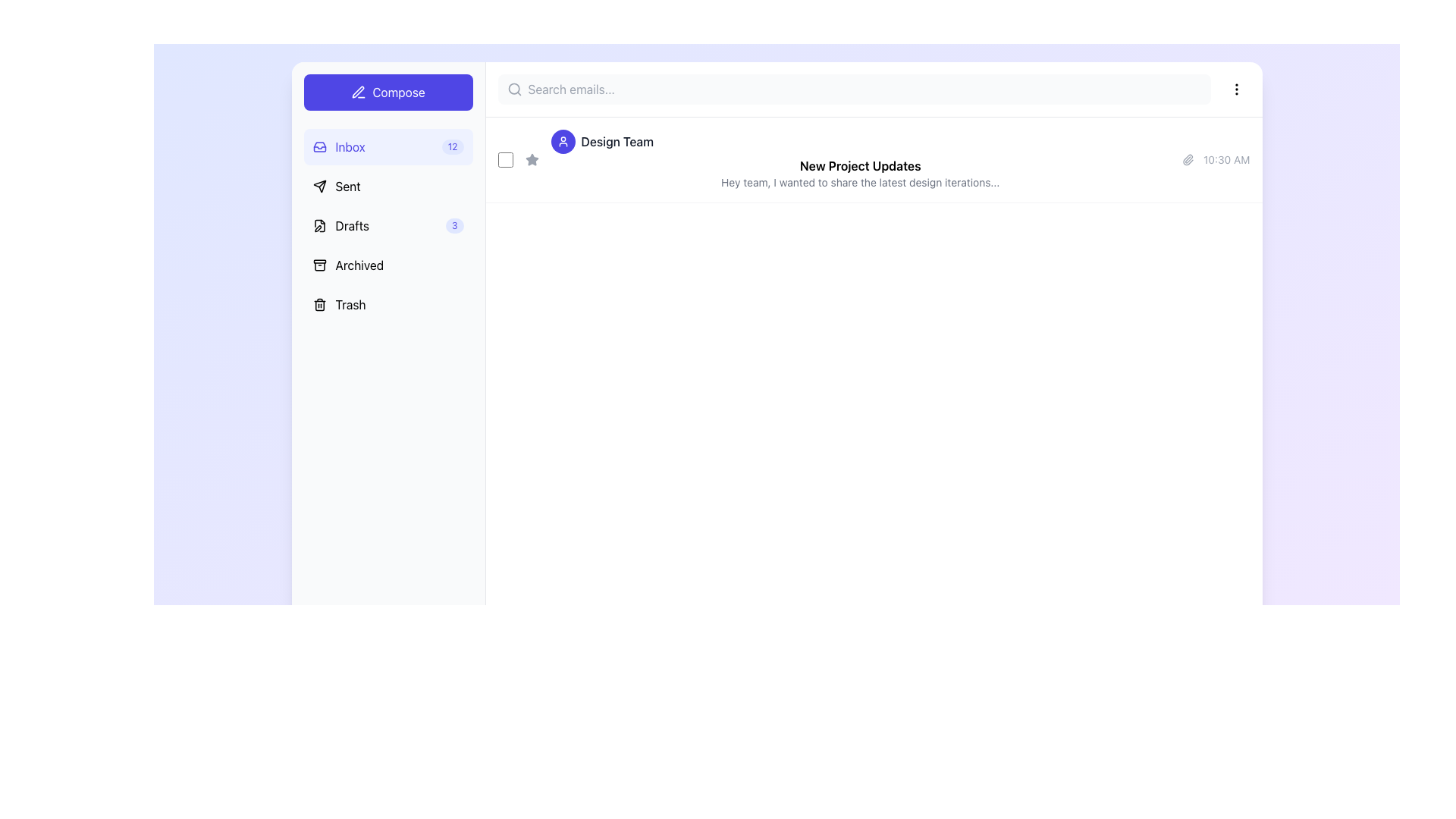  Describe the element at coordinates (514, 89) in the screenshot. I see `the small gray magnifying glass icon located at the left side of the search input field, which is associated with search functionality` at that location.